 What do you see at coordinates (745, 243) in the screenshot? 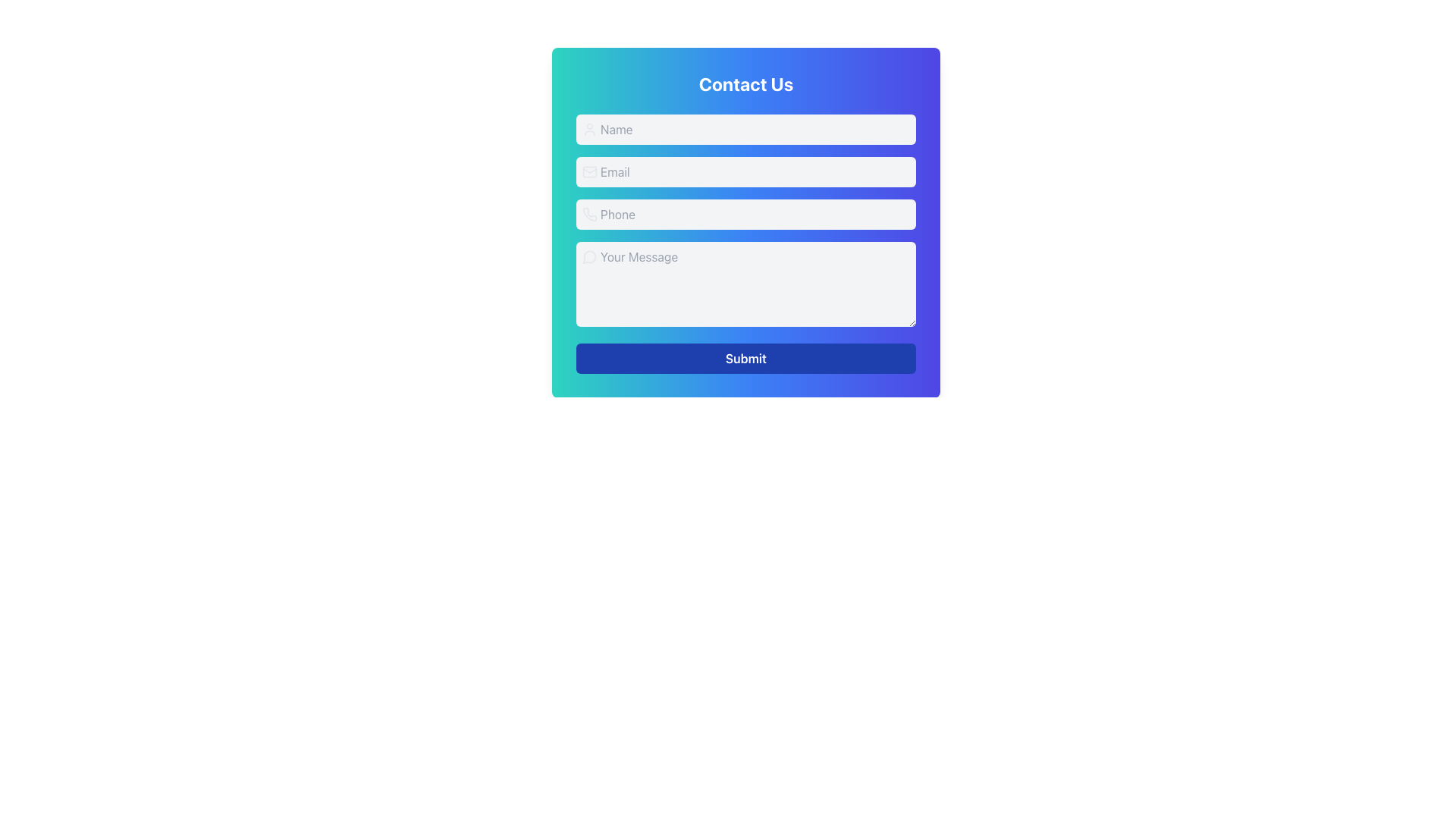
I see `the multi-line text input area located below the 'Name', 'Email', and 'Phone' fields within the 'Contact Us' card to focus on it` at bounding box center [745, 243].